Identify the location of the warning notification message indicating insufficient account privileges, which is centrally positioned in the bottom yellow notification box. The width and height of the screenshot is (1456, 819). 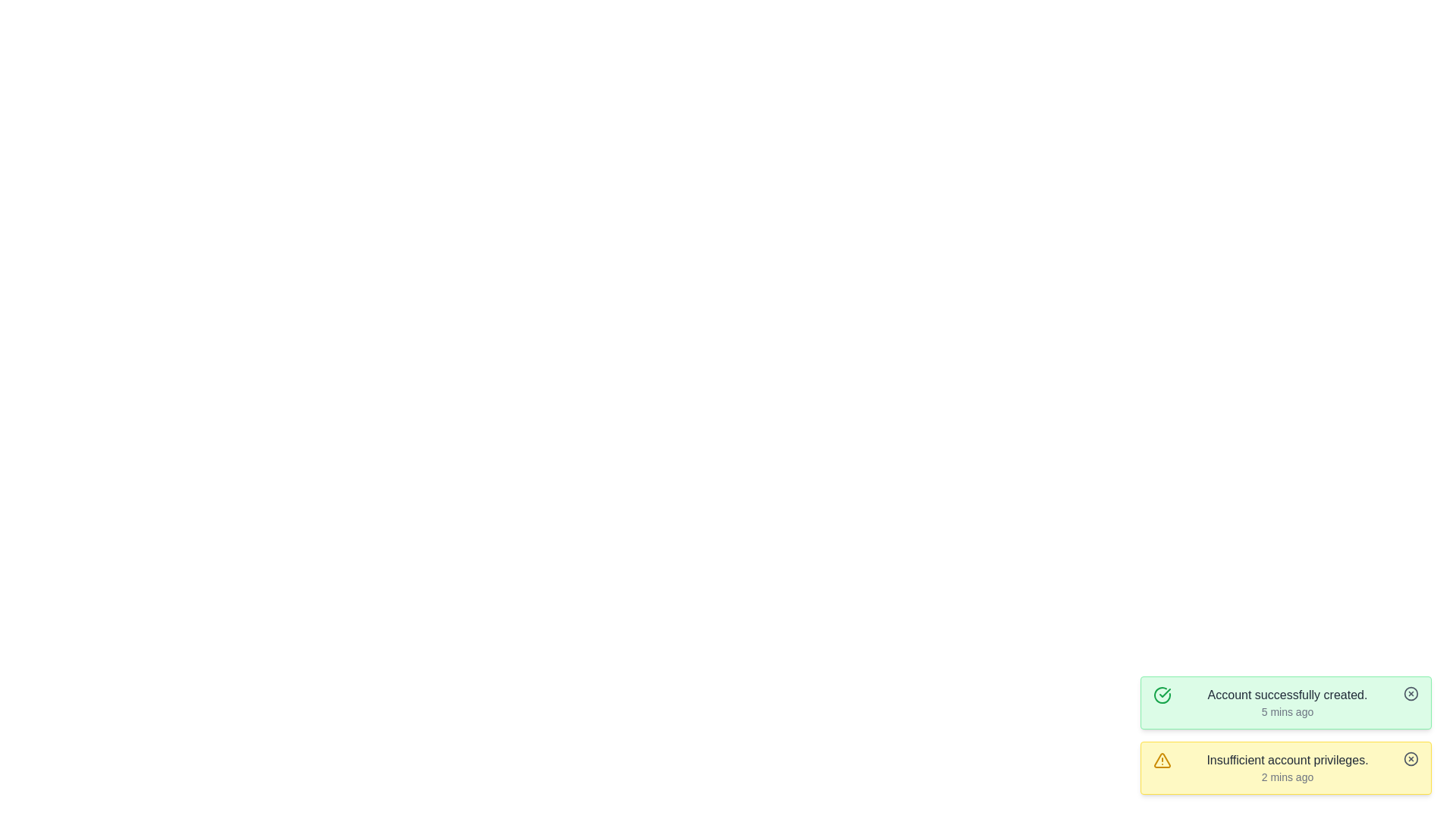
(1287, 768).